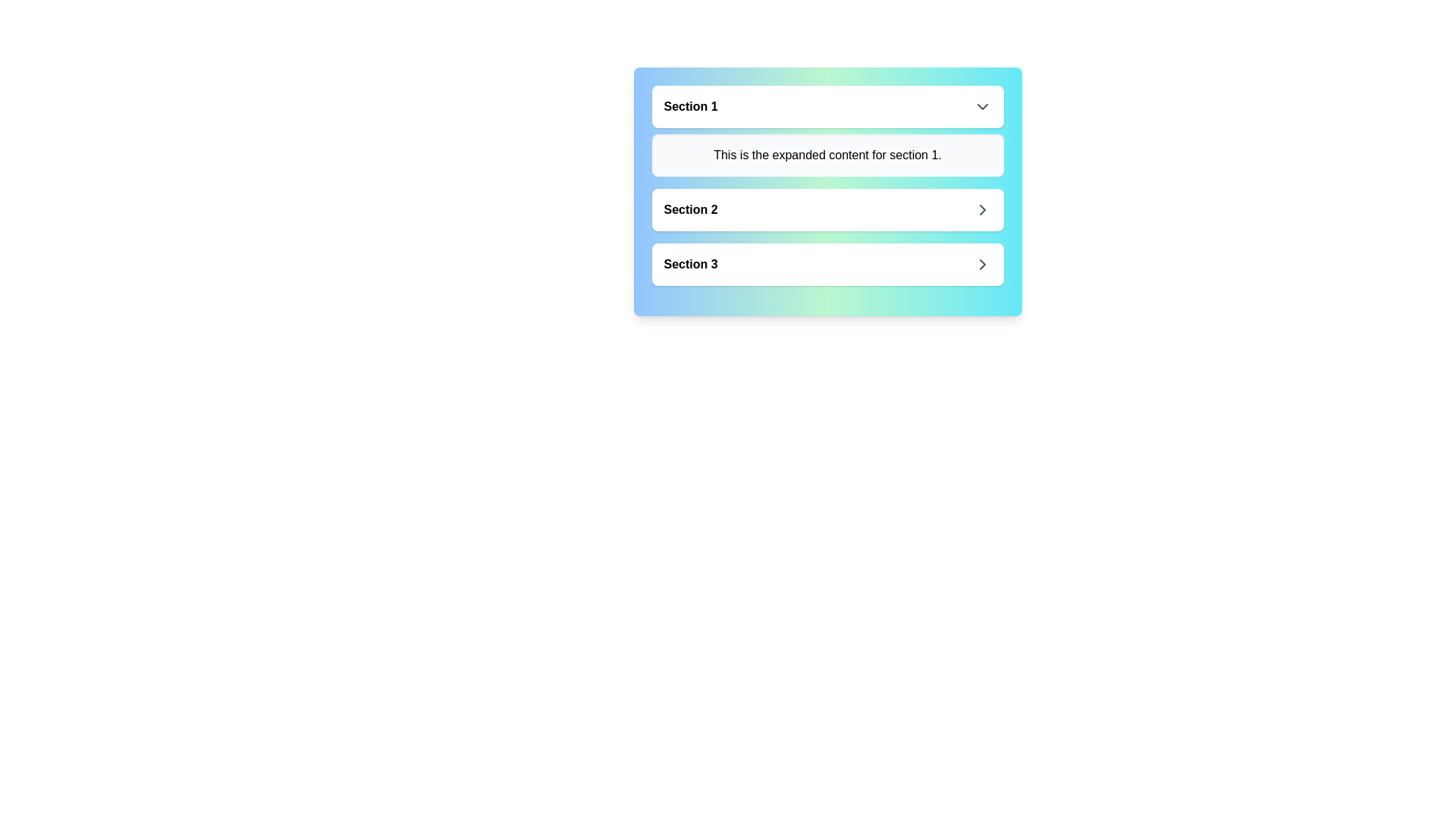 Image resolution: width=1456 pixels, height=819 pixels. Describe the element at coordinates (690, 263) in the screenshot. I see `the text label displaying 'Section 3' which is positioned inside the third interactive box in the list of sections` at that location.